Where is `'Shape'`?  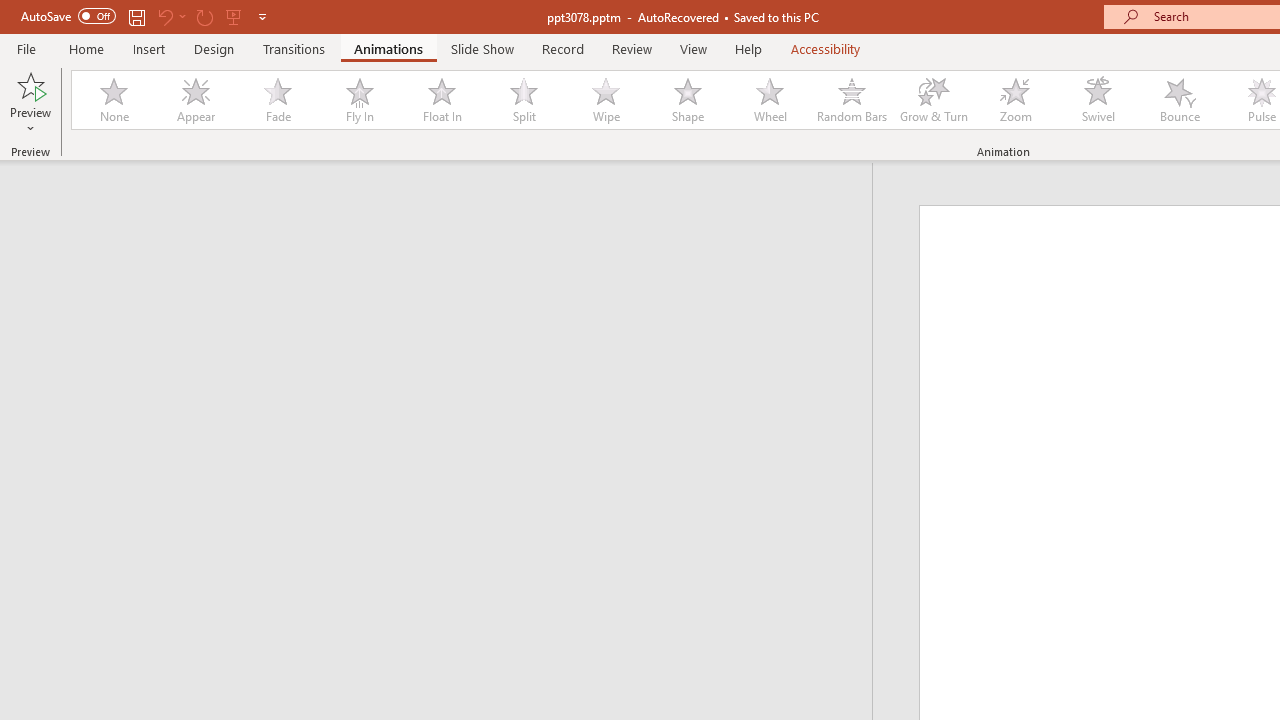
'Shape' is located at coordinates (688, 100).